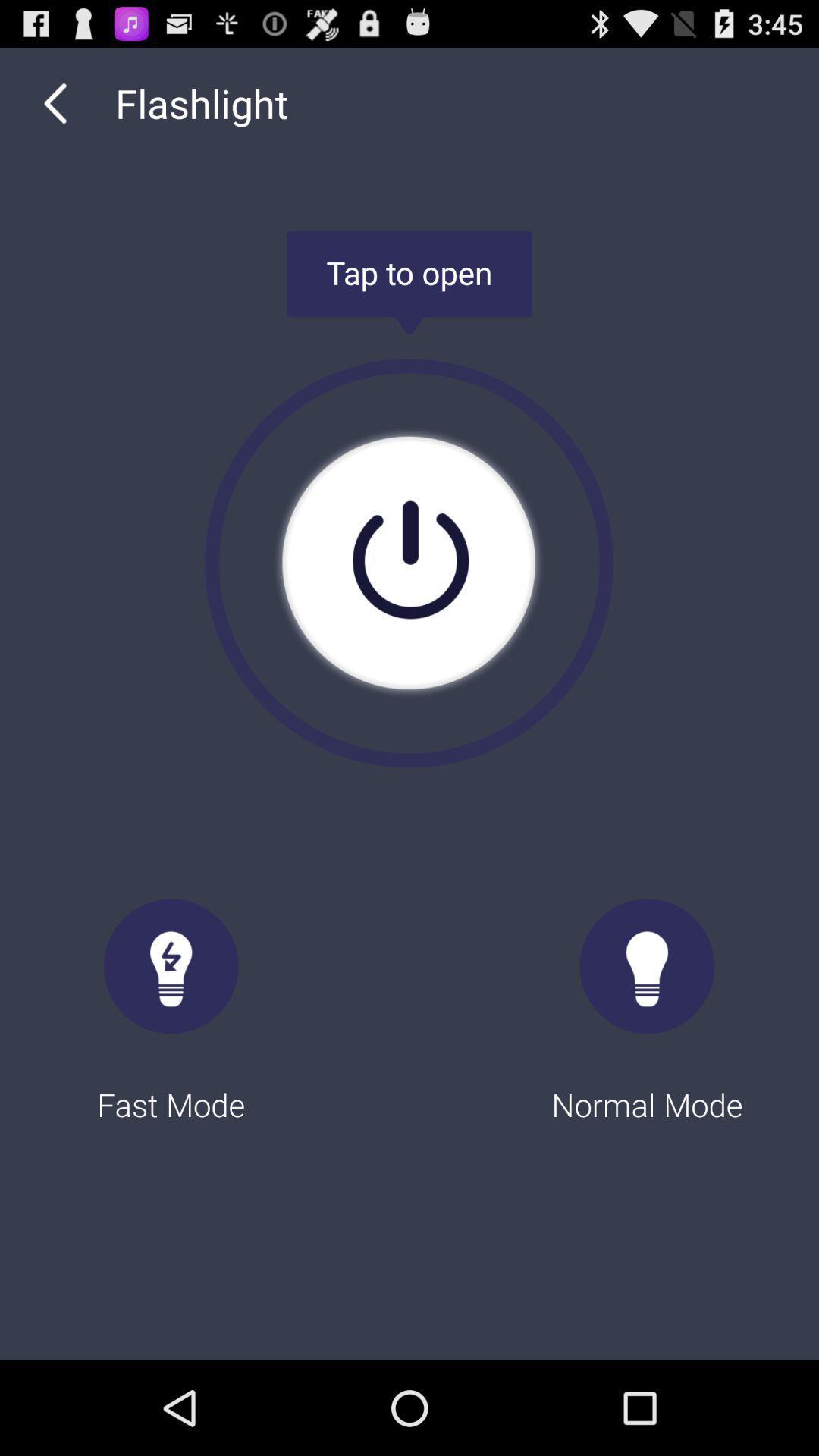  Describe the element at coordinates (55, 102) in the screenshot. I see `icon above the fast mode` at that location.